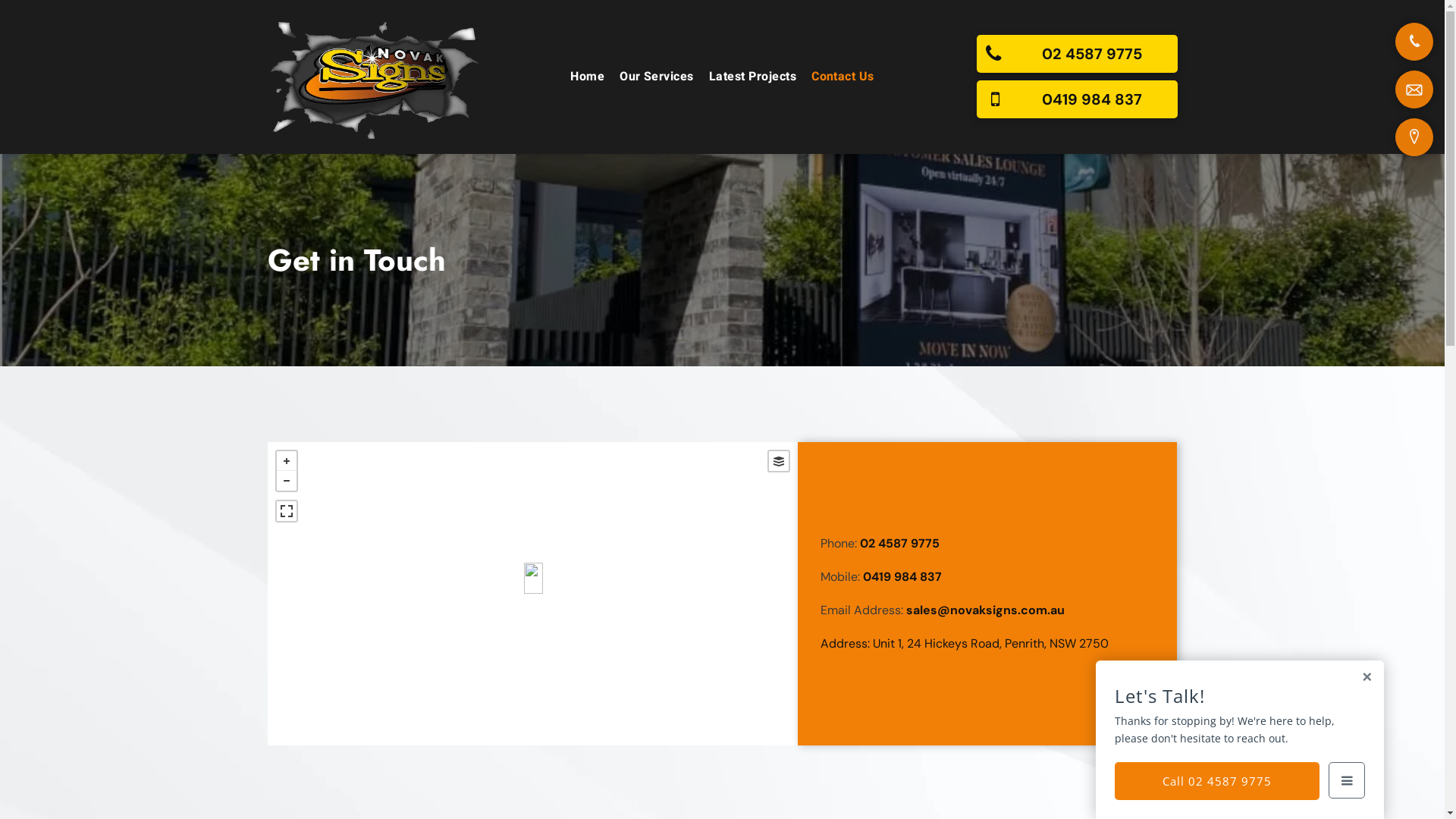  What do you see at coordinates (842, 76) in the screenshot?
I see `'Contact Us'` at bounding box center [842, 76].